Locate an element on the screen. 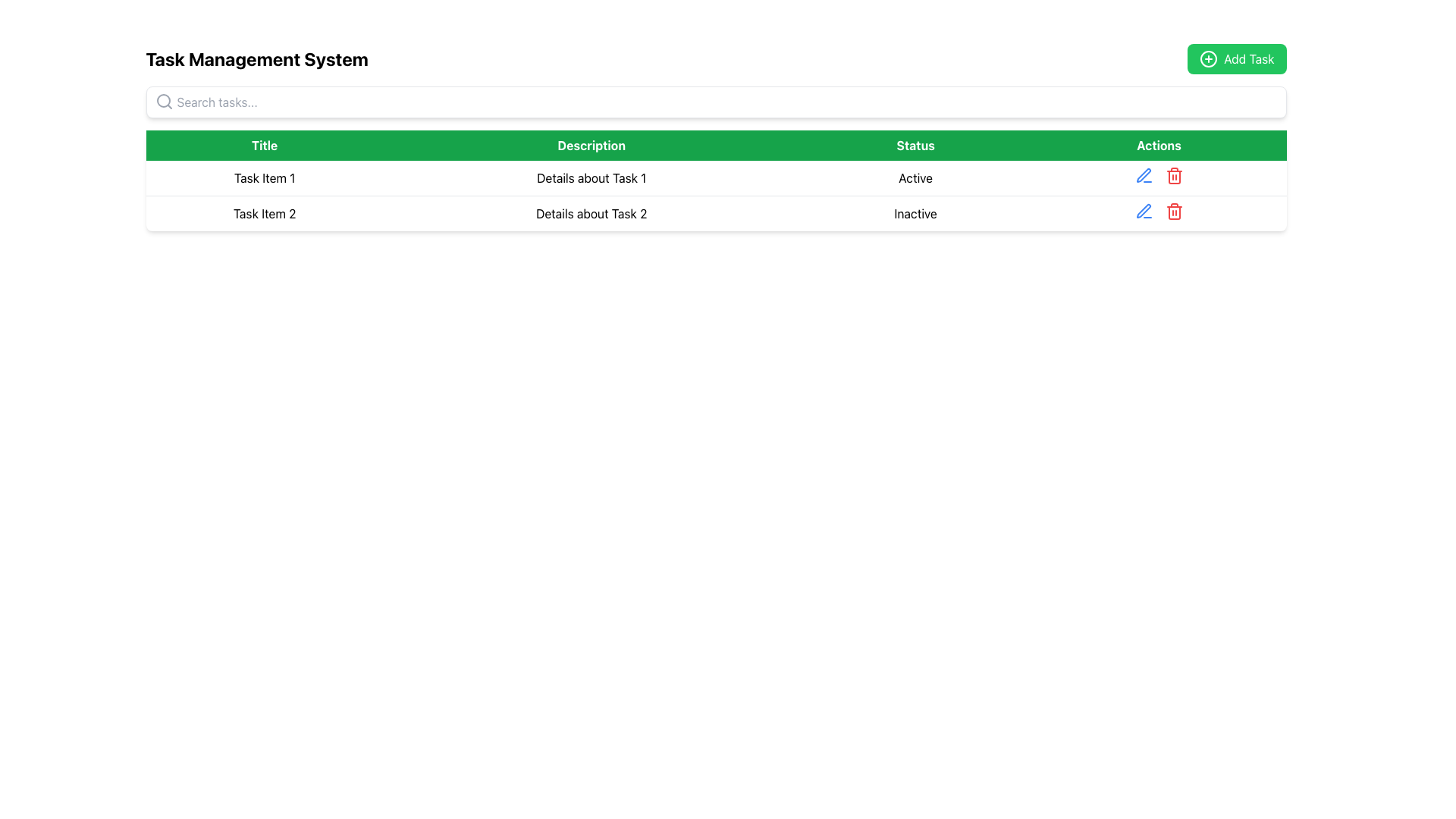  into the Search Input Field located near the top center of the interface, directly below the title 'Task Management System', to focus on it is located at coordinates (715, 102).